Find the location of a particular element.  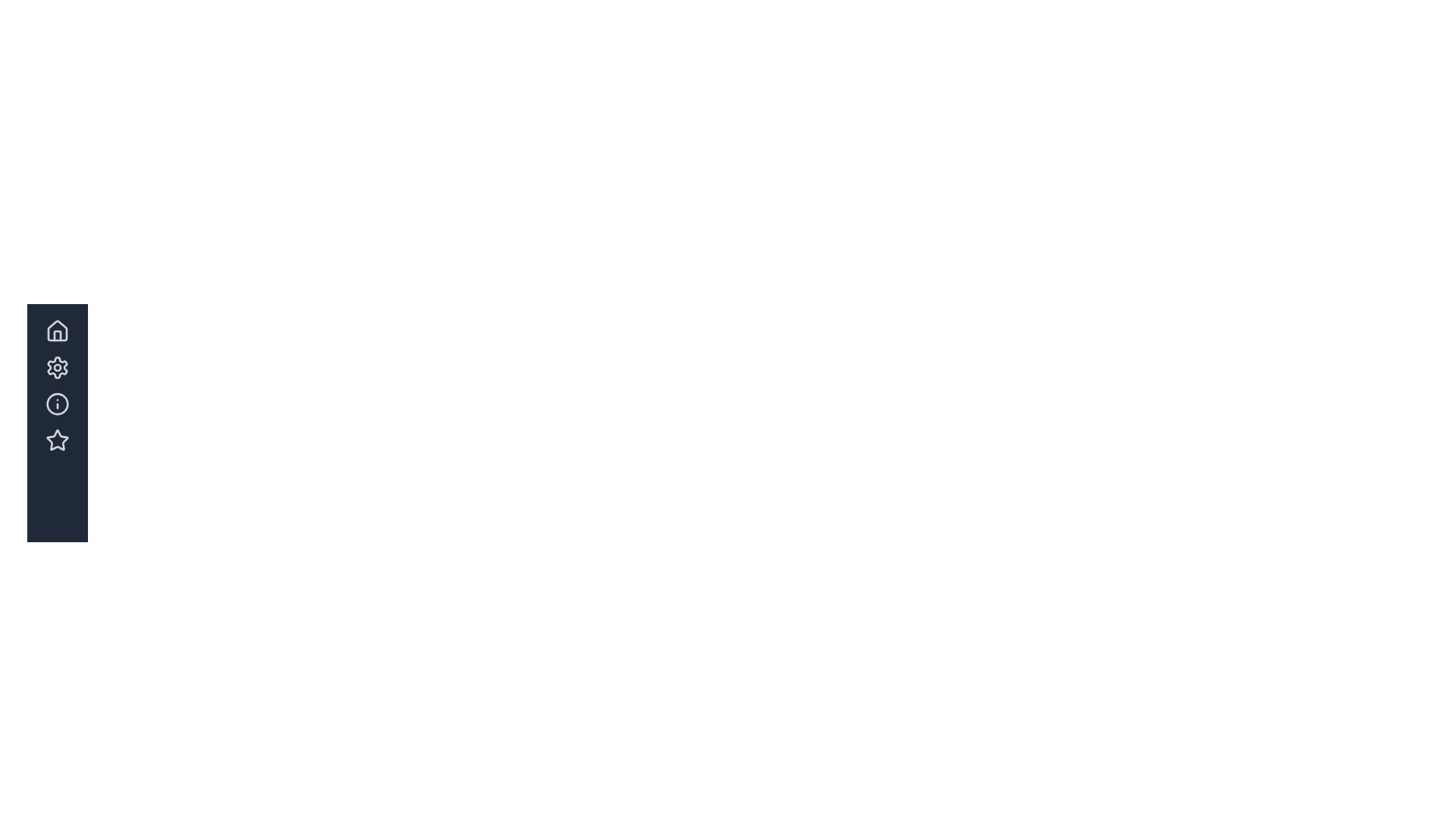

the gear icon located in the vertical navigation menu is located at coordinates (58, 368).